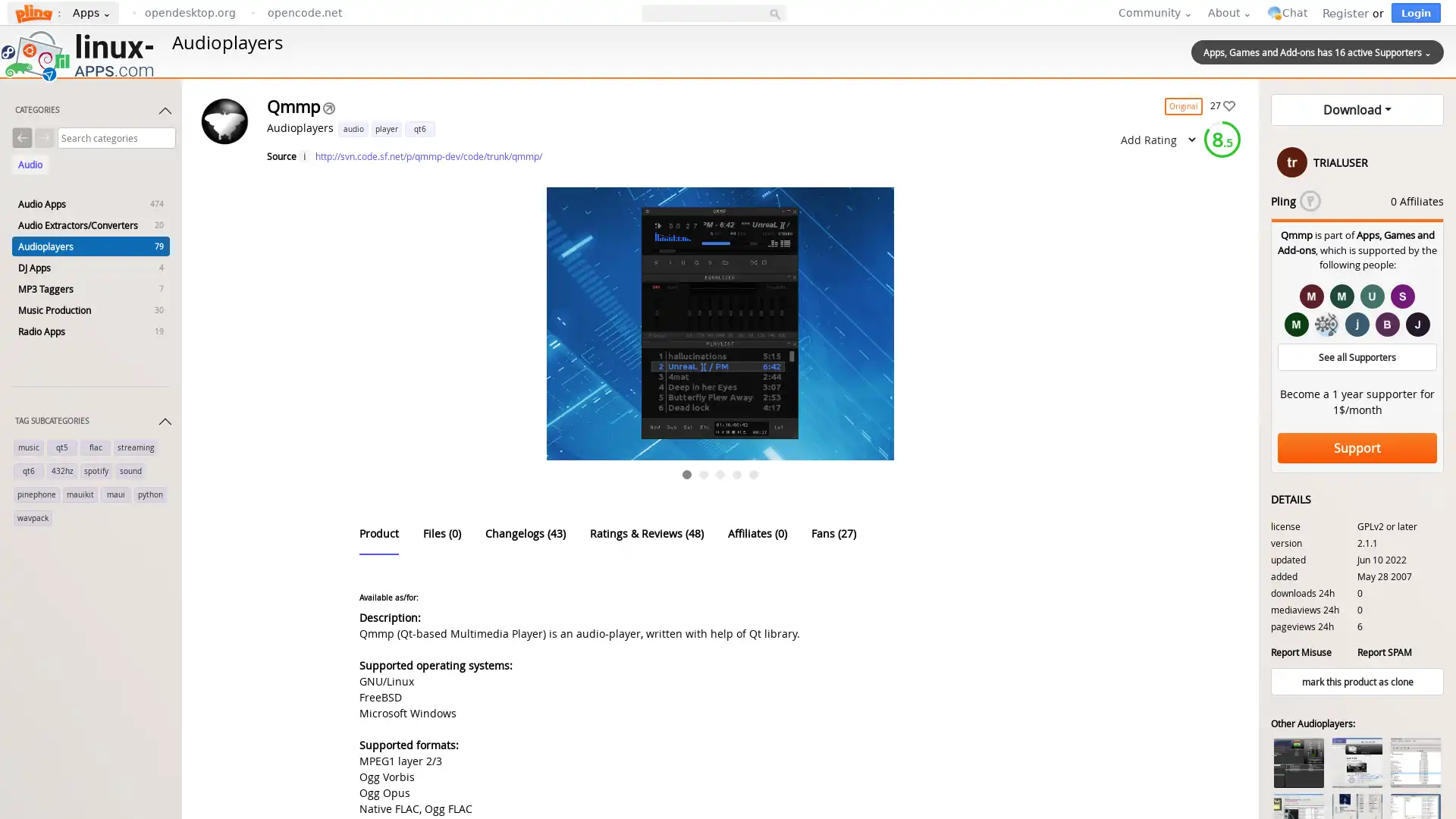 This screenshot has width=1456, height=819. I want to click on TAG SUBCATEGORIES, so click(93, 424).